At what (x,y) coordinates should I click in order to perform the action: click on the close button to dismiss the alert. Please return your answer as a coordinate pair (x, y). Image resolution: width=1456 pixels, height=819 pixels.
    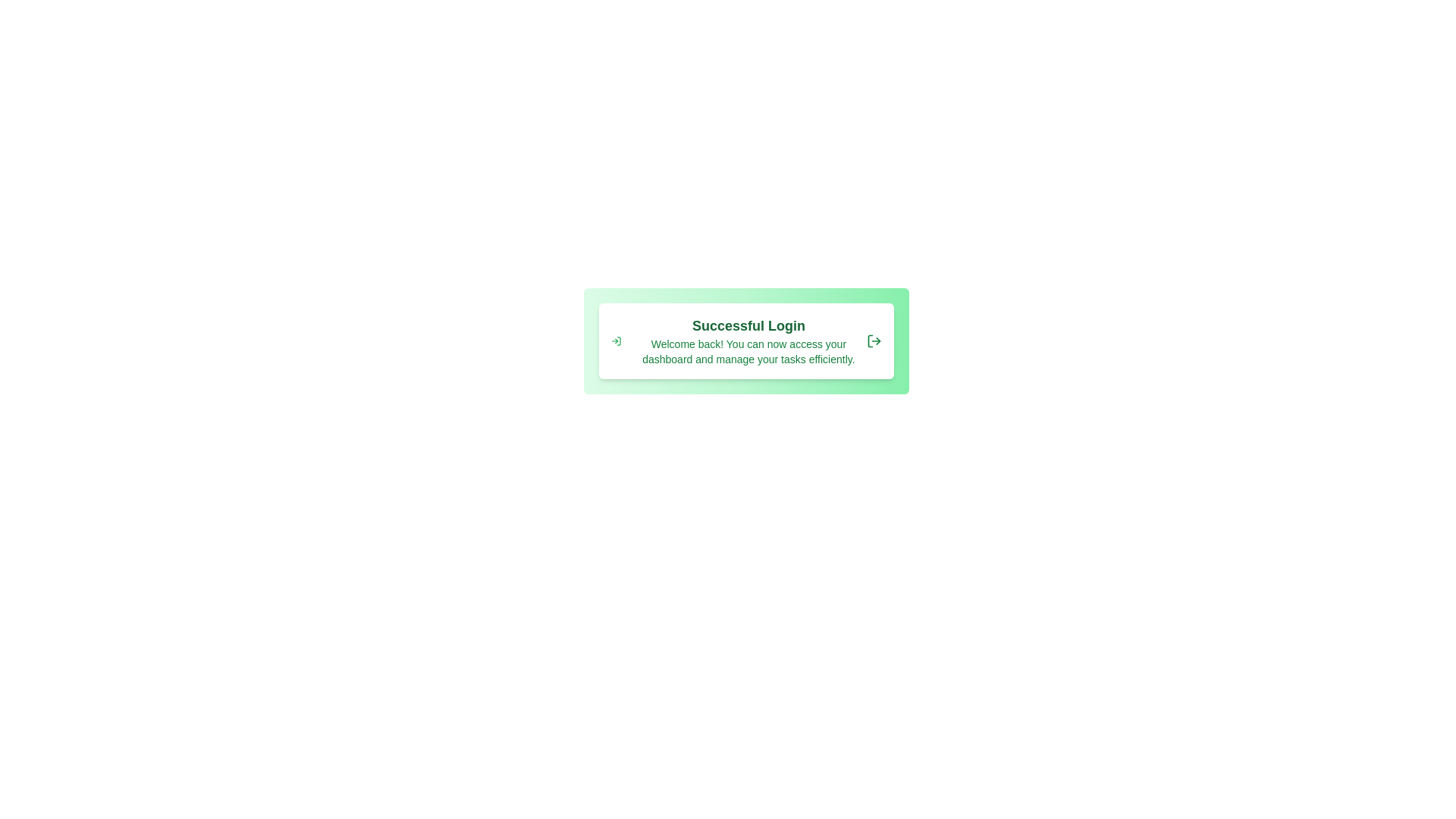
    Looking at the image, I should click on (874, 341).